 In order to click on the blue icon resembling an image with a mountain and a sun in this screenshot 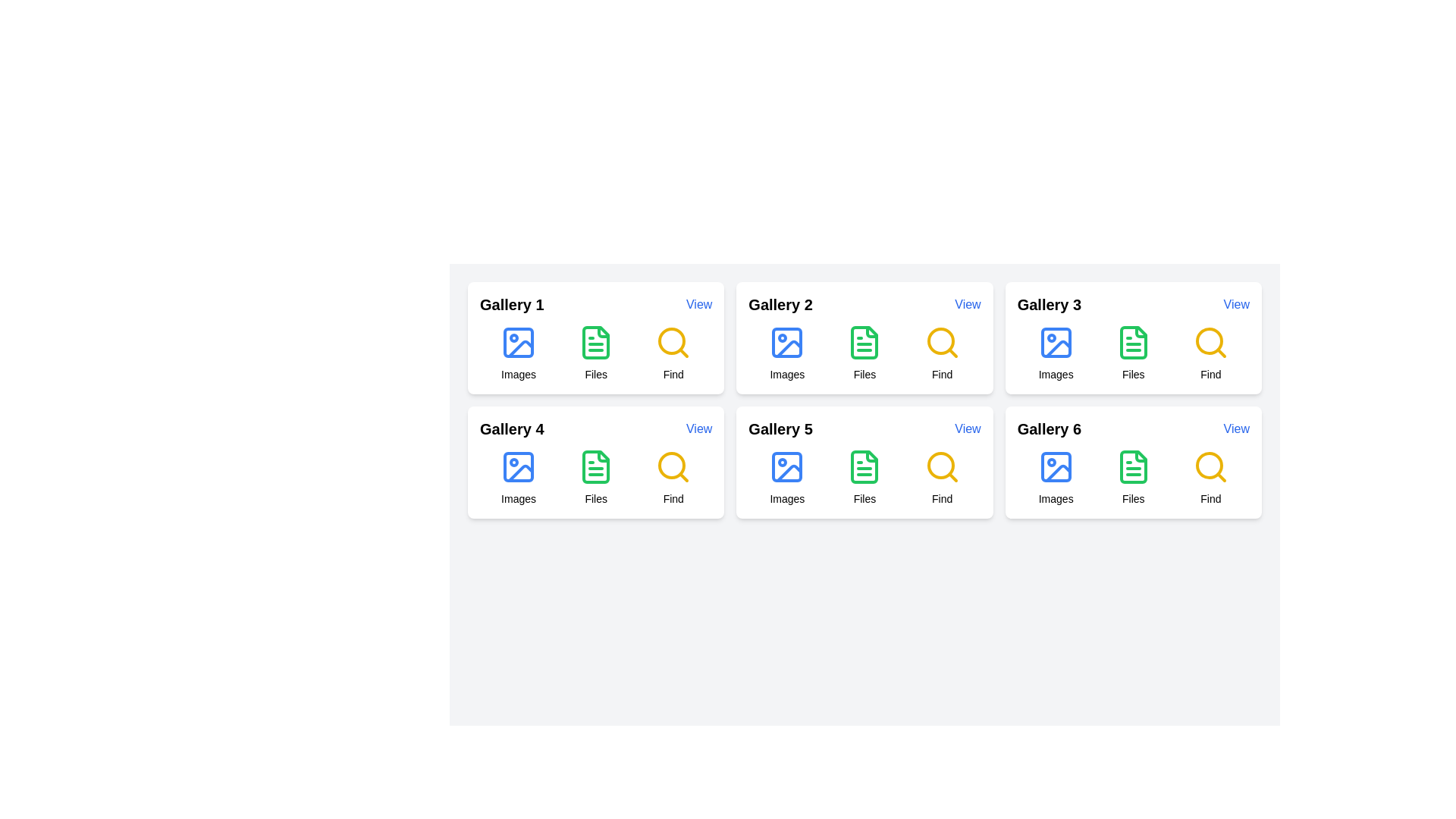, I will do `click(519, 342)`.